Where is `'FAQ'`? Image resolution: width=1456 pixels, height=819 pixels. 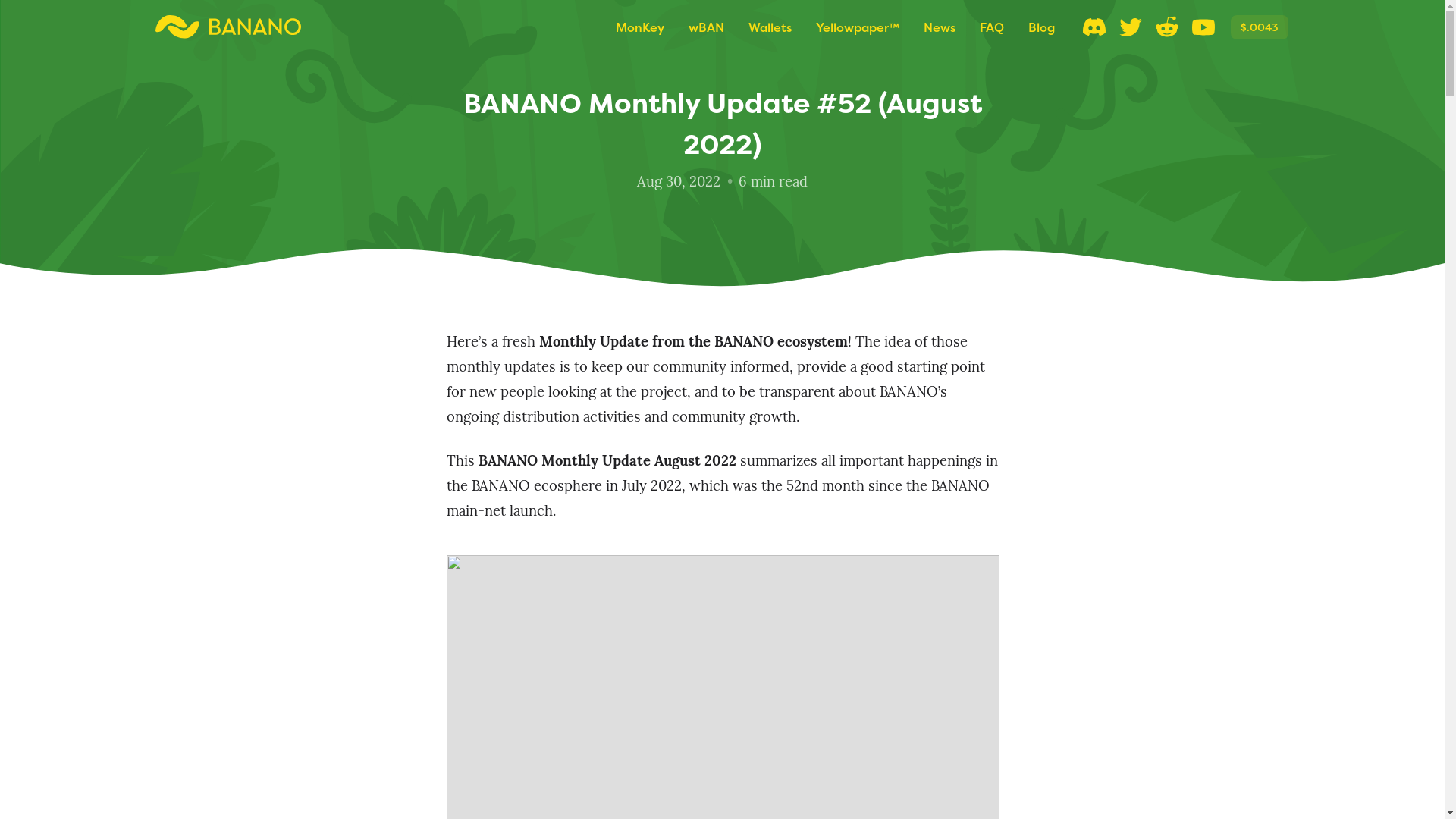
'FAQ' is located at coordinates (991, 27).